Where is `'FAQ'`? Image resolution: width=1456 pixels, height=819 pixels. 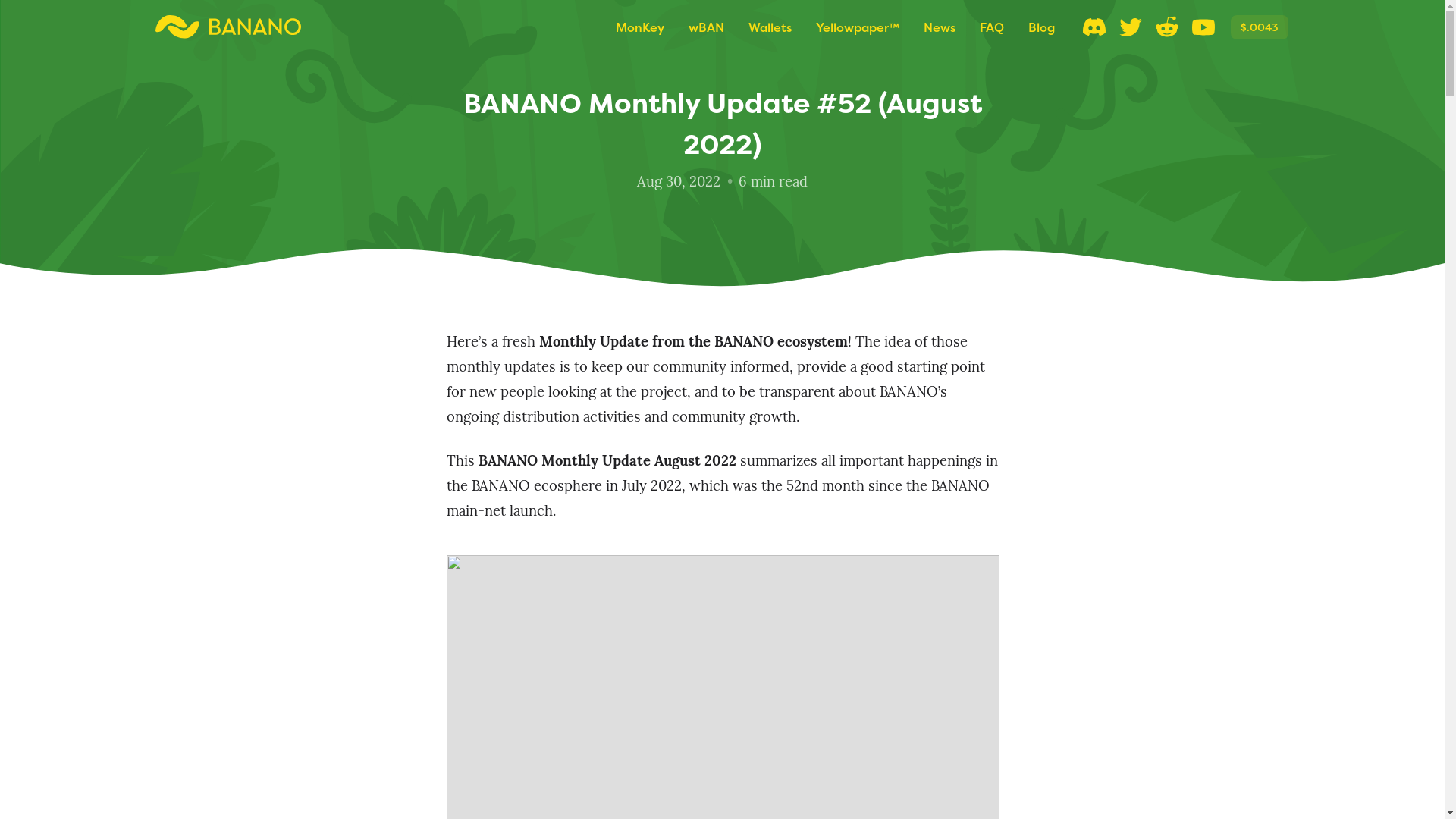
'FAQ' is located at coordinates (991, 27).